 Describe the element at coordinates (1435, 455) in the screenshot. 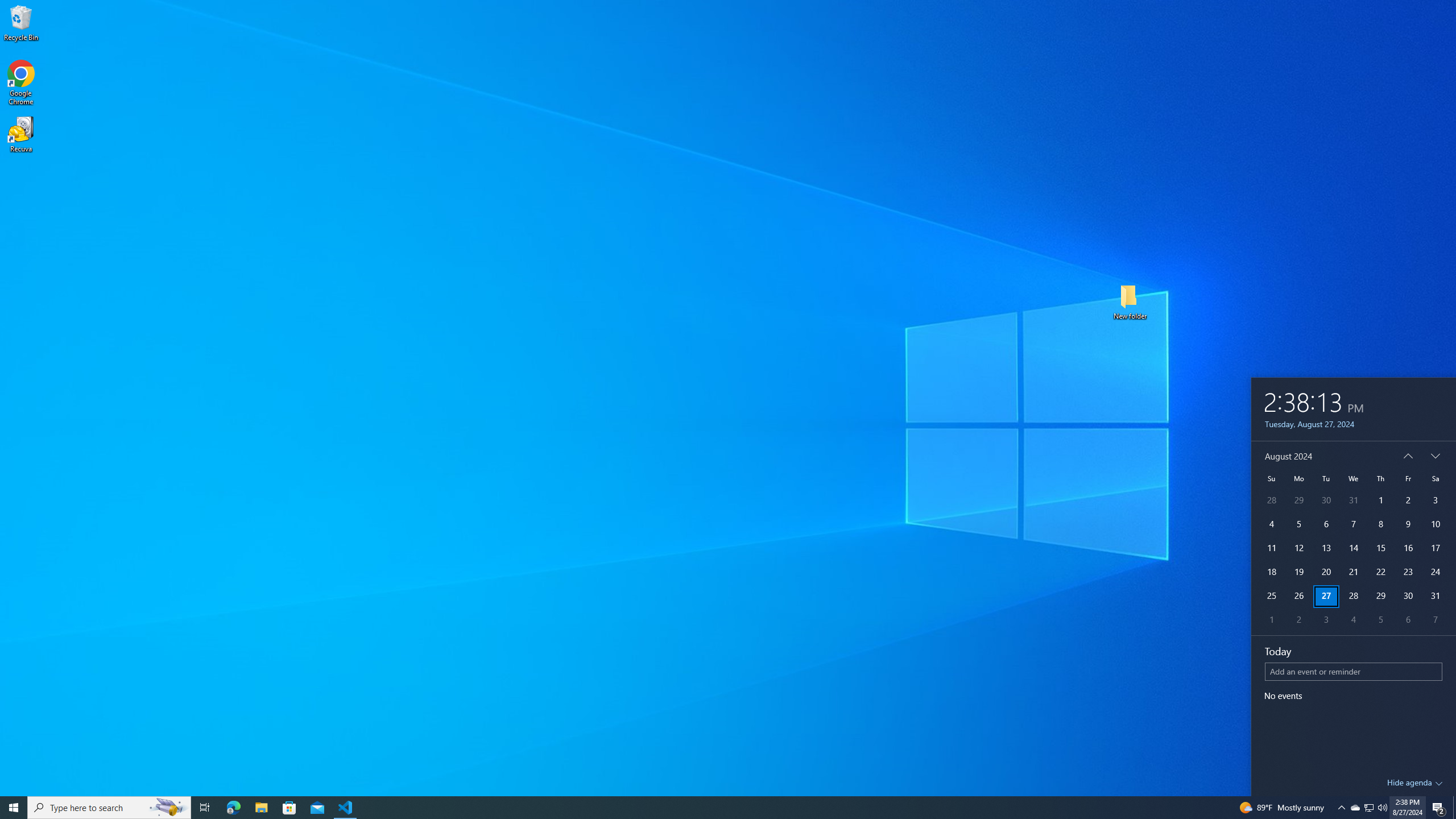

I see `'Next'` at that location.